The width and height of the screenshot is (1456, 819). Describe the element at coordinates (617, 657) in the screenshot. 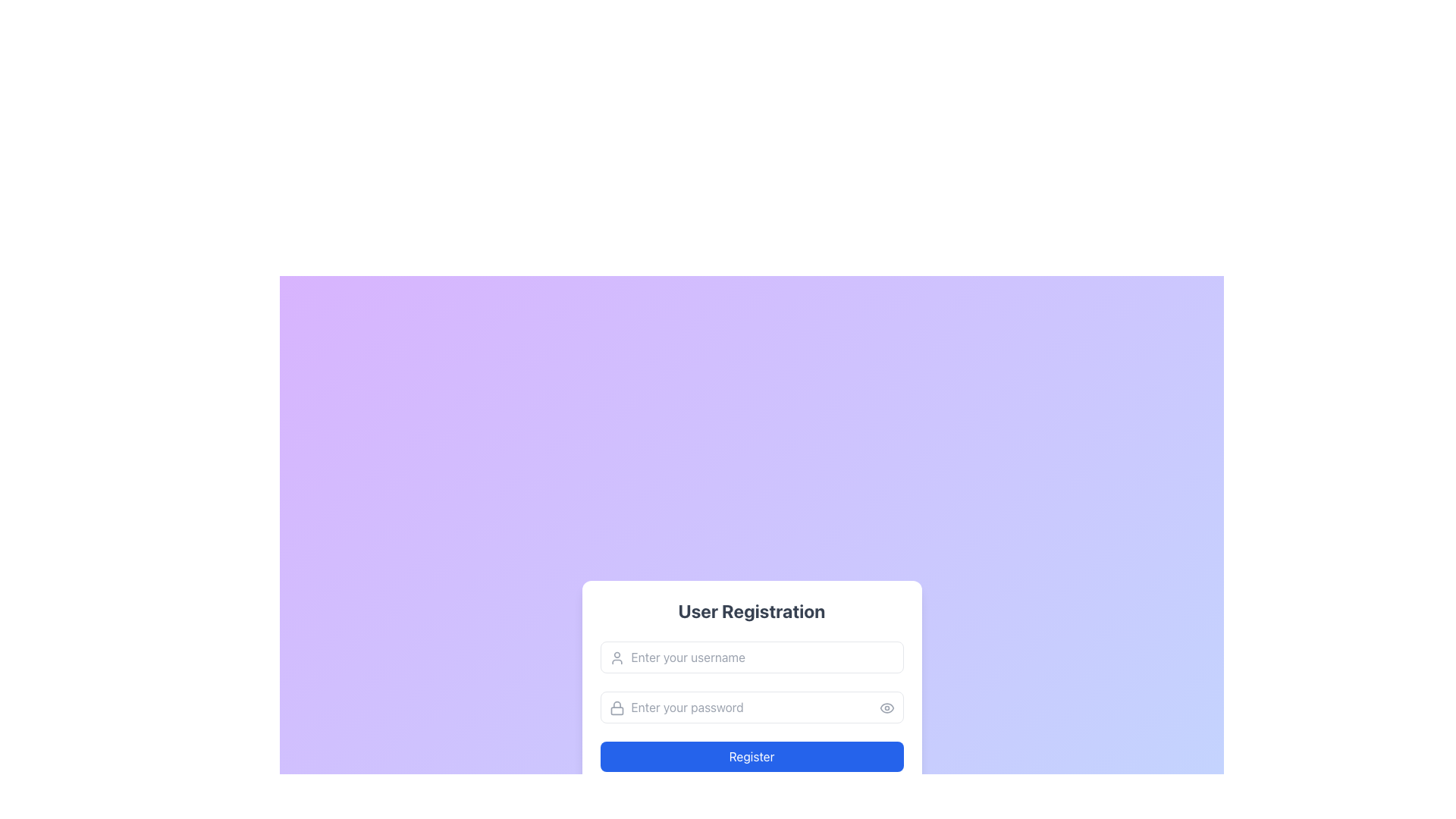

I see `the username input field icon, which is located at the top-left corner of the 'Enter your username' input field in the user registration form` at that location.